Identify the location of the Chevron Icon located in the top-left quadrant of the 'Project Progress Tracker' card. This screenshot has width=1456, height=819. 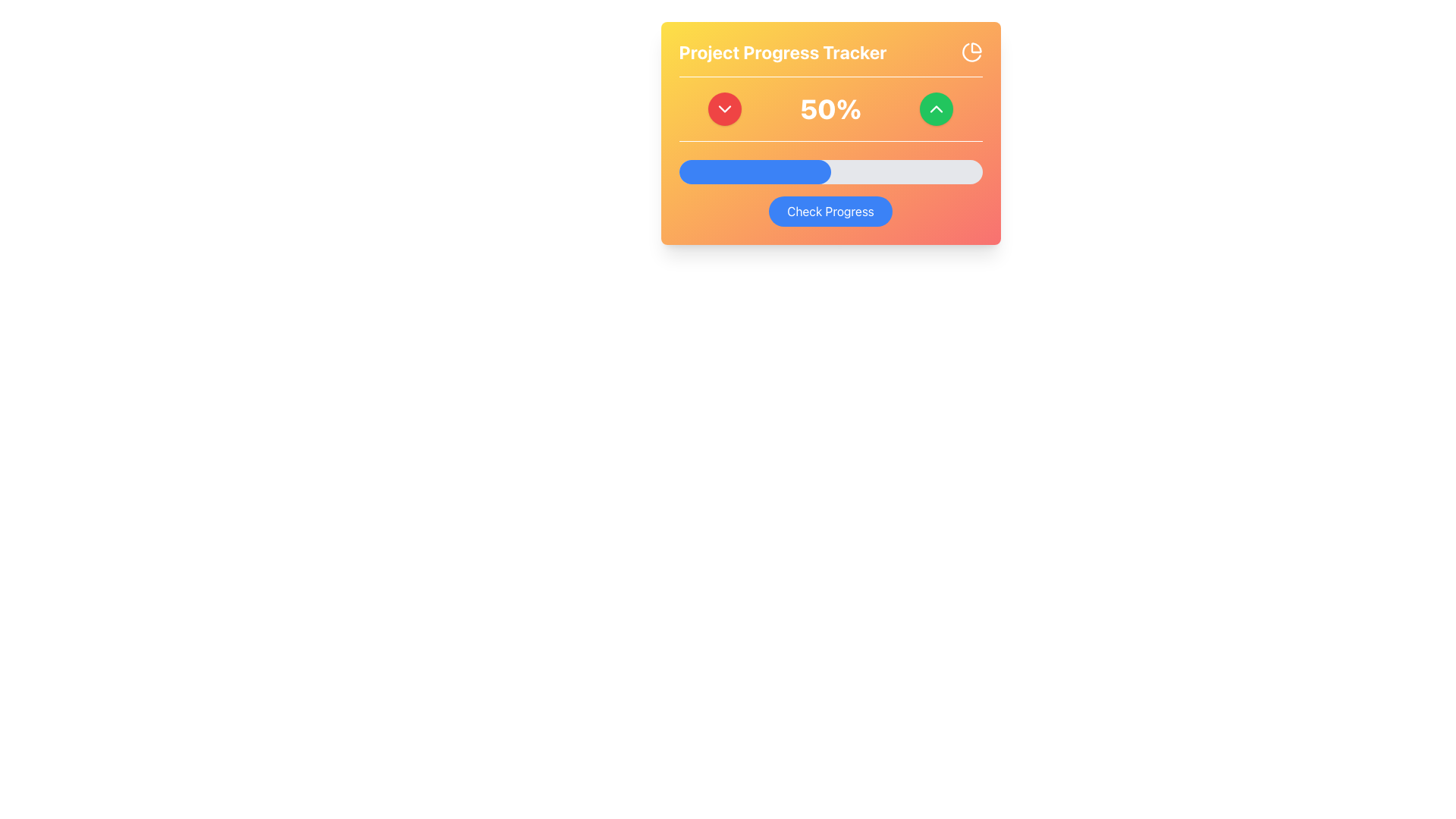
(723, 108).